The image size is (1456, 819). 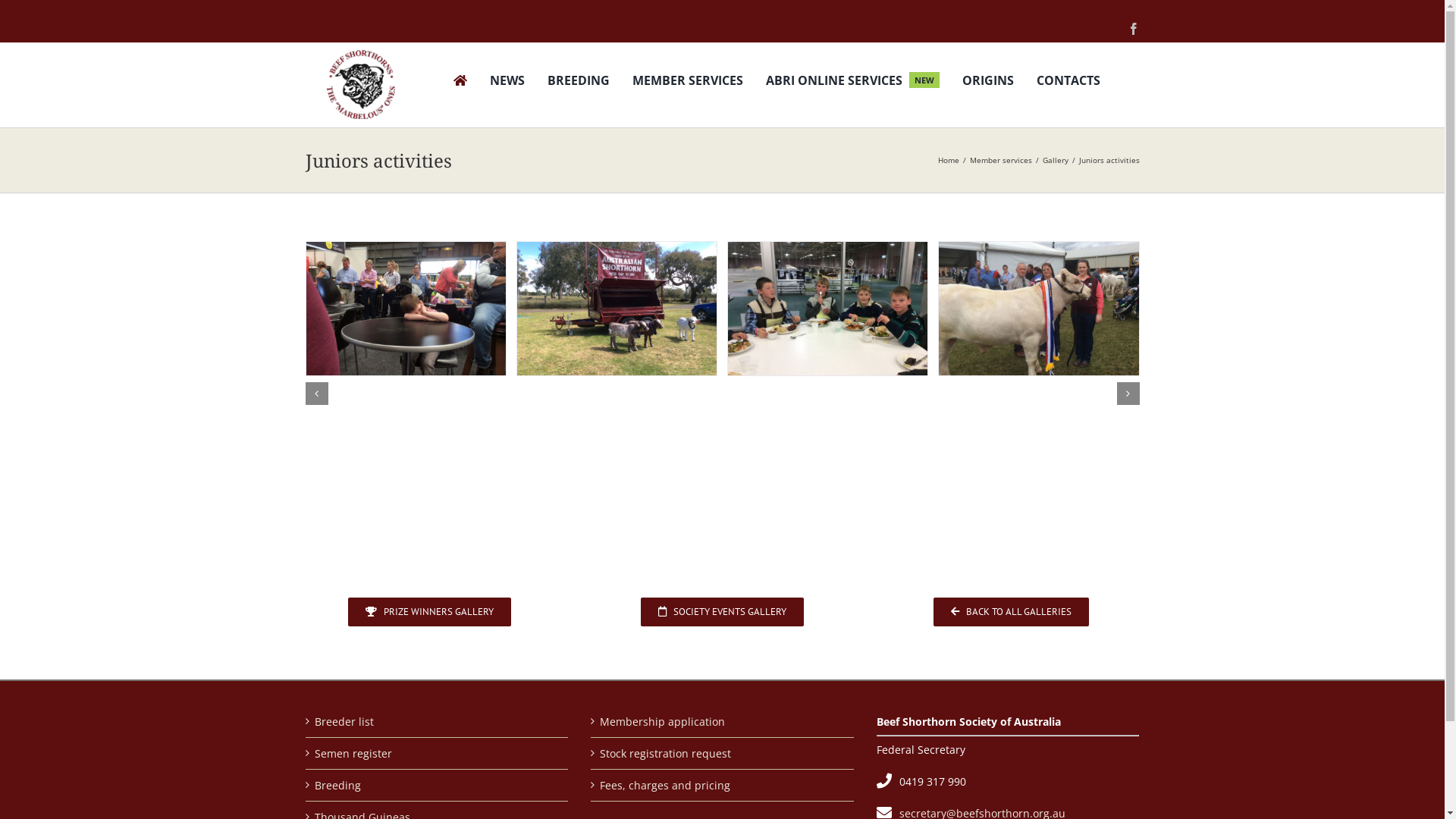 What do you see at coordinates (436, 753) in the screenshot?
I see `'Semen register'` at bounding box center [436, 753].